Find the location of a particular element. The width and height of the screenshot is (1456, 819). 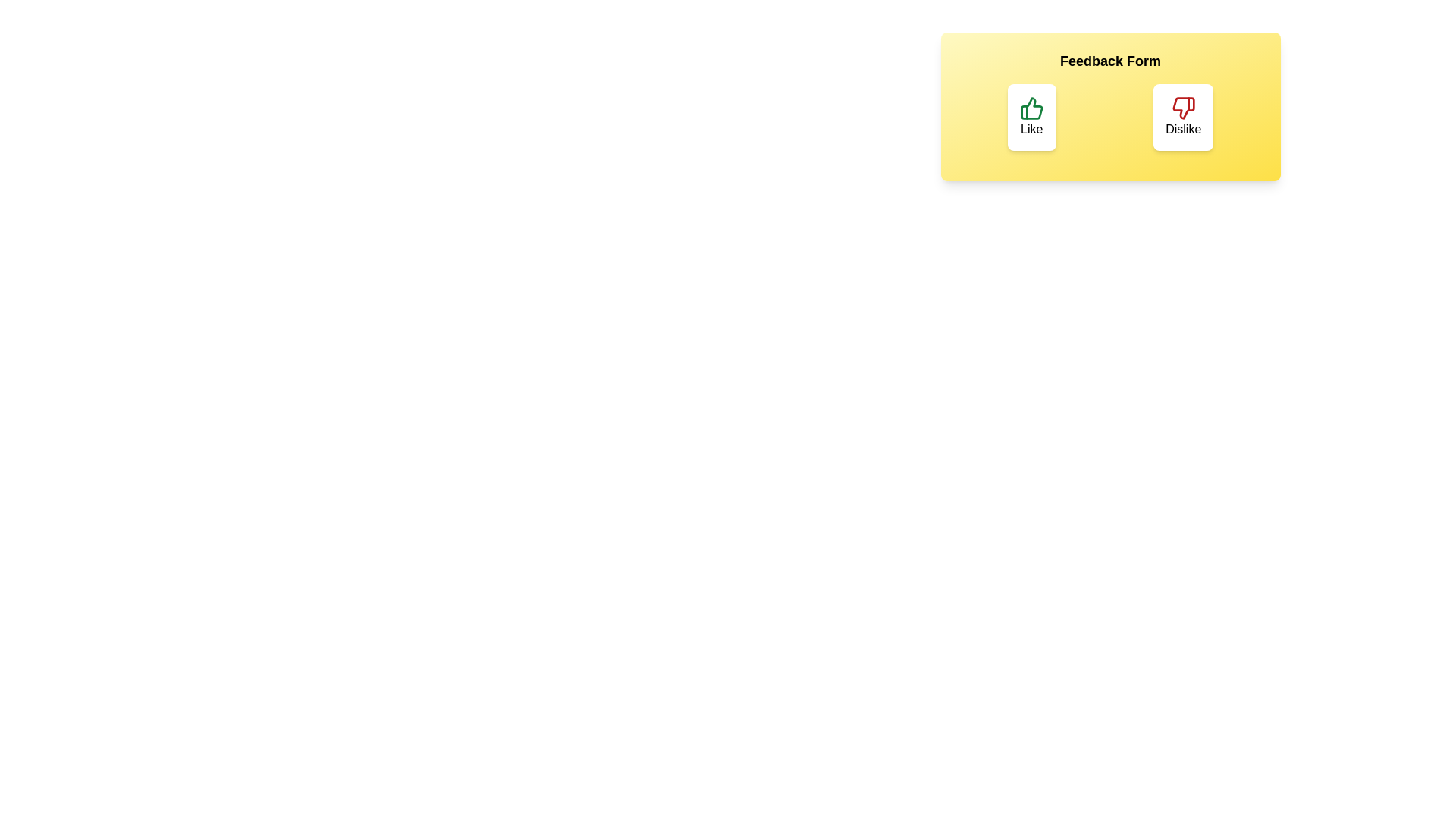

the 'Like' button to provide positive feedback is located at coordinates (1031, 116).